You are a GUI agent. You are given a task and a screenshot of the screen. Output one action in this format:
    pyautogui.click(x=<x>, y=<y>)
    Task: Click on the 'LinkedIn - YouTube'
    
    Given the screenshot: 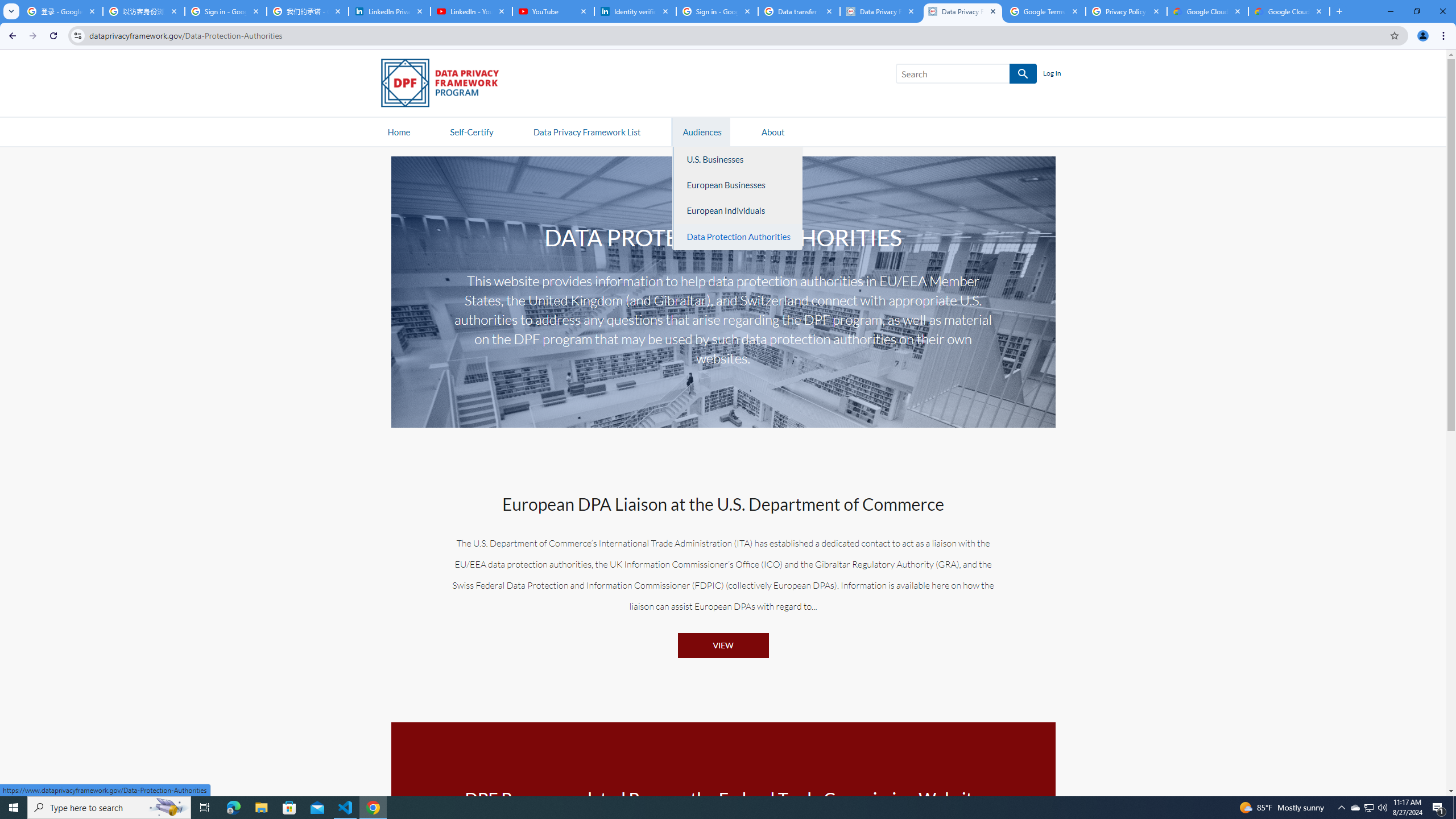 What is the action you would take?
    pyautogui.click(x=470, y=11)
    